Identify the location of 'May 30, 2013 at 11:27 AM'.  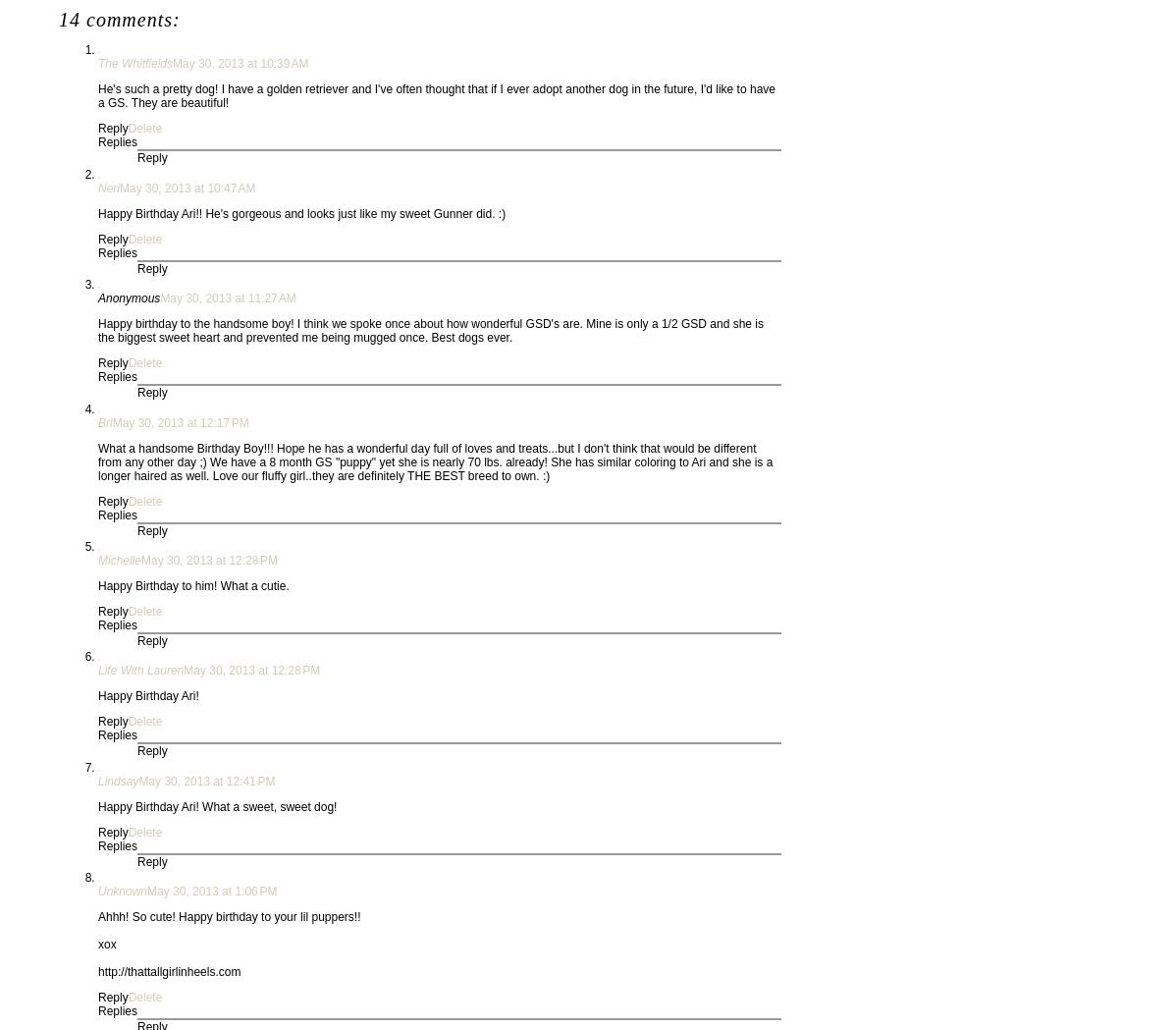
(159, 298).